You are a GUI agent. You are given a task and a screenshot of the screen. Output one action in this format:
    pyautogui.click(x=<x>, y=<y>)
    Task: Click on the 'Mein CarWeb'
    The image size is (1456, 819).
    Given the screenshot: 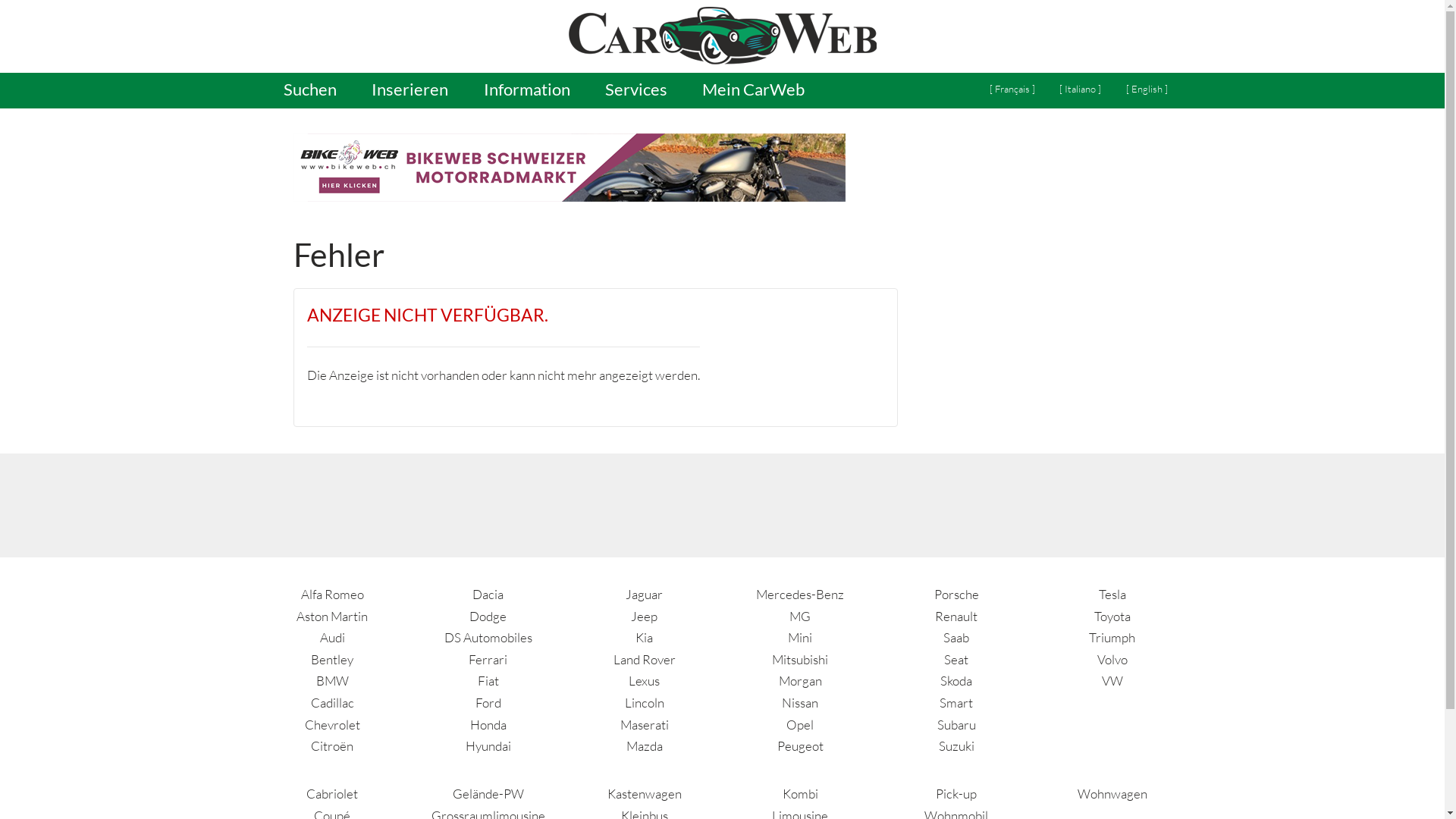 What is the action you would take?
    pyautogui.click(x=686, y=90)
    